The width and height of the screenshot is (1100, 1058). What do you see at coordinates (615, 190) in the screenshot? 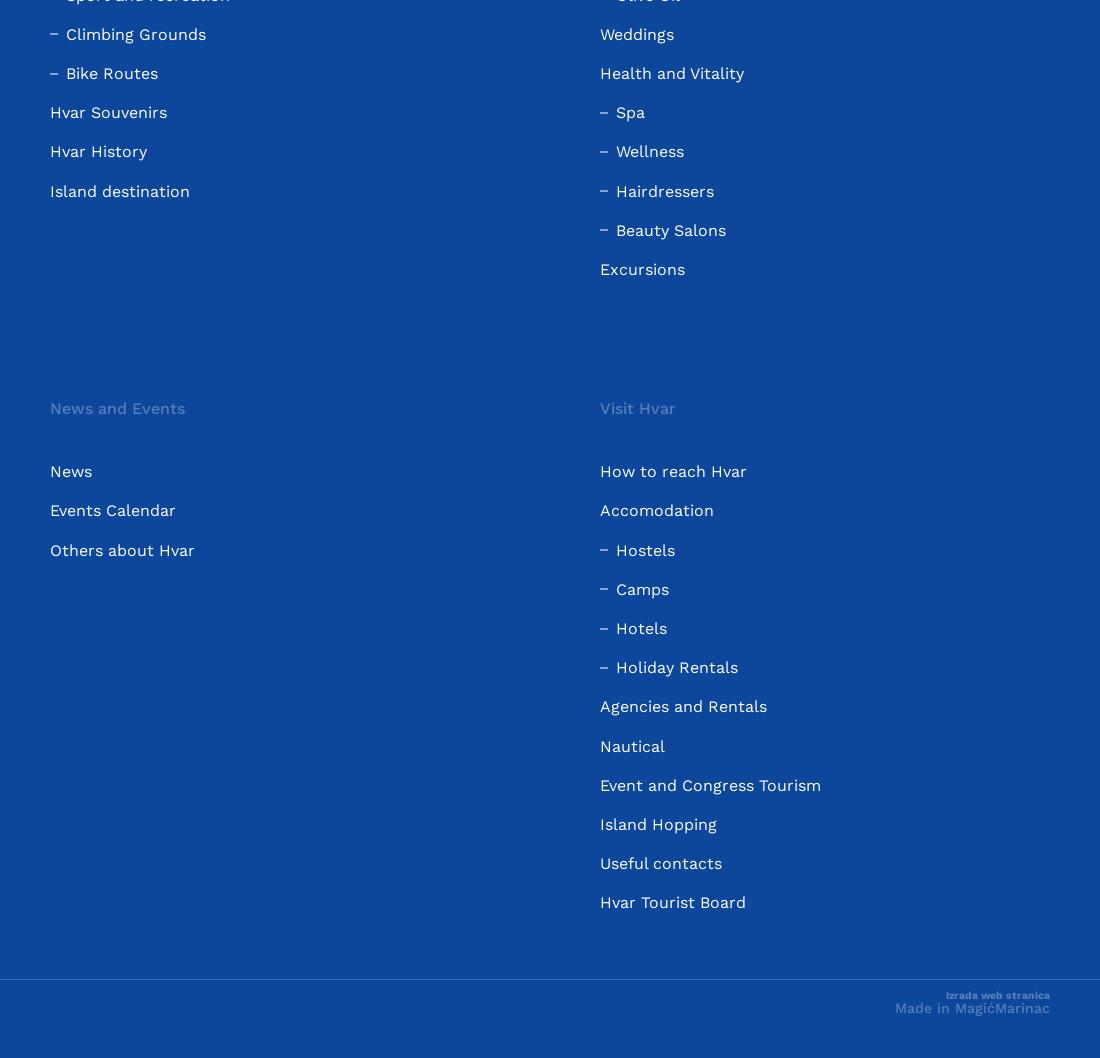
I see `'Hairdressers'` at bounding box center [615, 190].